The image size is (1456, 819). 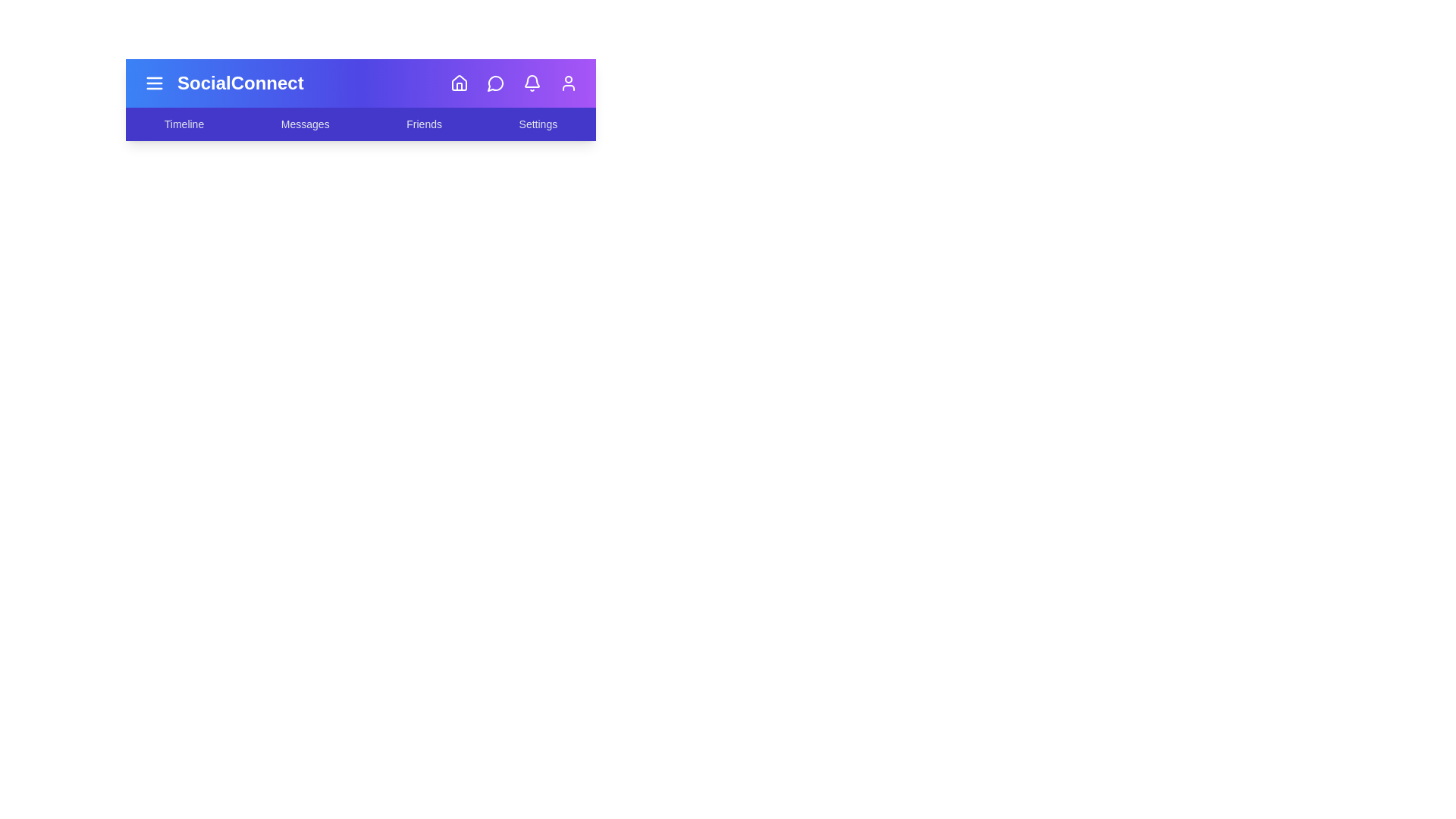 What do you see at coordinates (304, 124) in the screenshot?
I see `the Messages Menu to observe visual effects` at bounding box center [304, 124].